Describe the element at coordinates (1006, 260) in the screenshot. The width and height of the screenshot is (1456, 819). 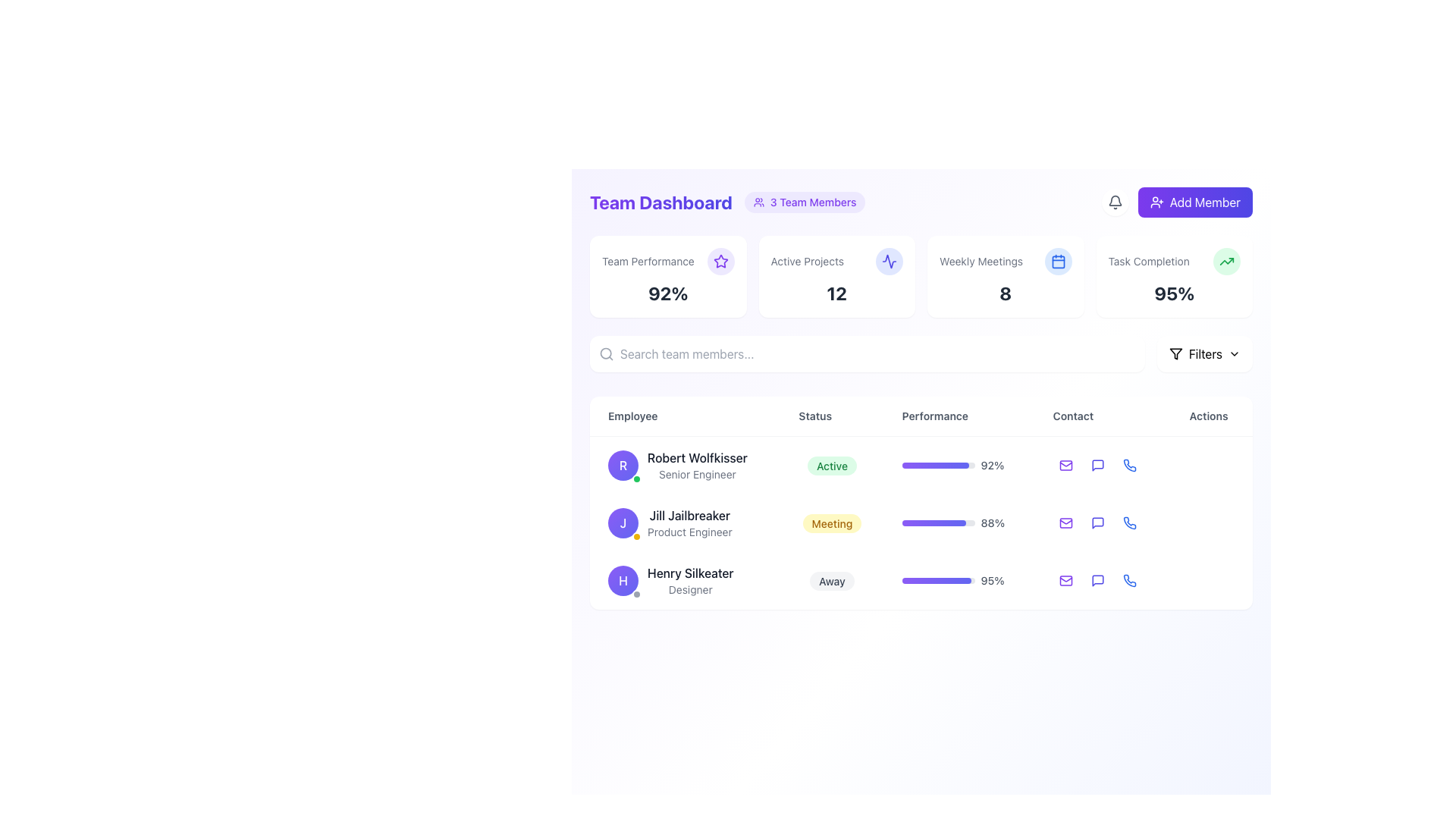
I see `the 'Weekly Meetings' label, which is a smaller gray font text located near the top-left corner of a rectangular box, aligned horizontally with a calendar icon` at that location.